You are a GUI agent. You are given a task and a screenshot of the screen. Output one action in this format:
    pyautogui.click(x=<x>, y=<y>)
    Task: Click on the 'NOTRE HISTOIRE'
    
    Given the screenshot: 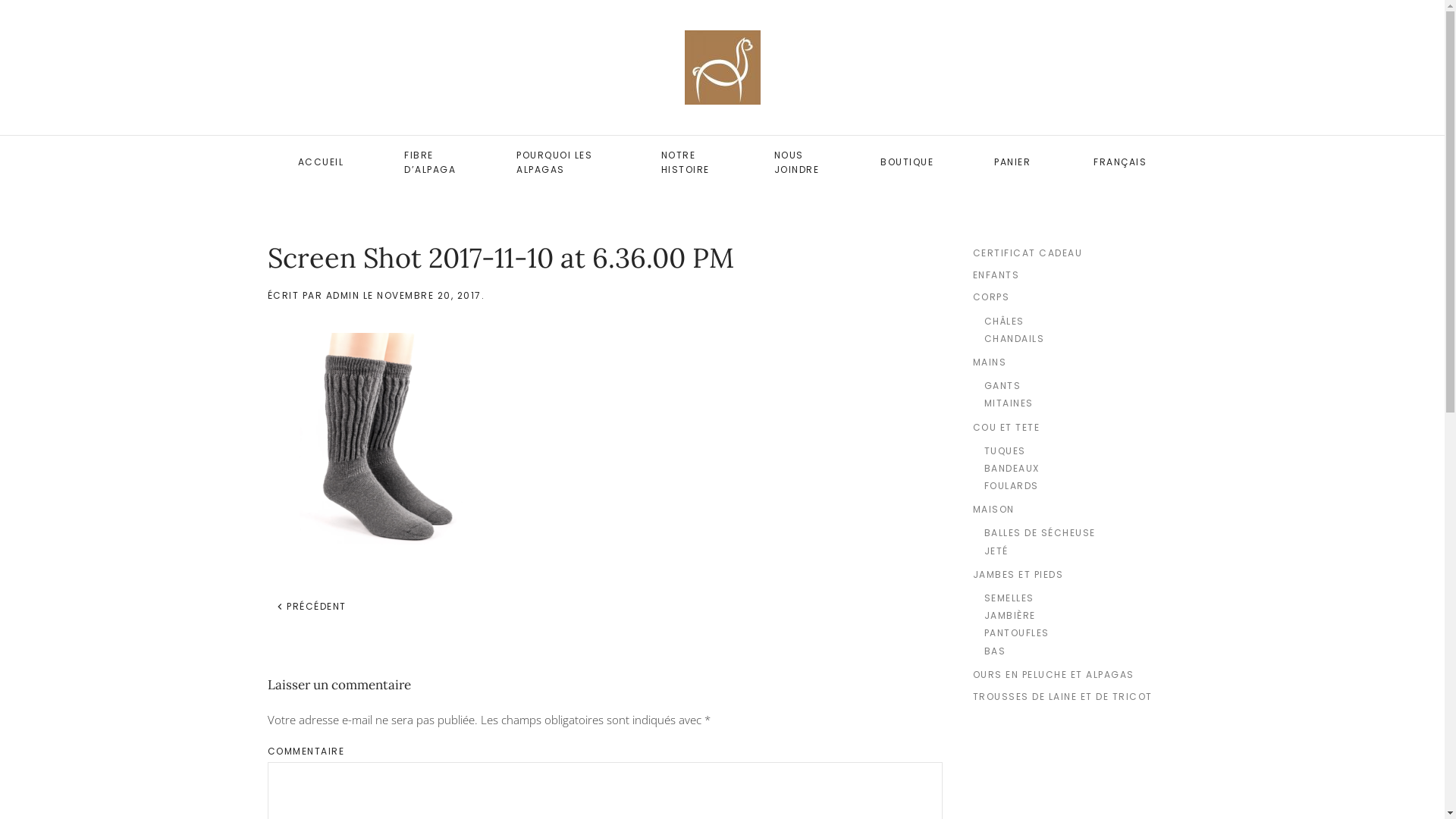 What is the action you would take?
    pyautogui.click(x=686, y=162)
    